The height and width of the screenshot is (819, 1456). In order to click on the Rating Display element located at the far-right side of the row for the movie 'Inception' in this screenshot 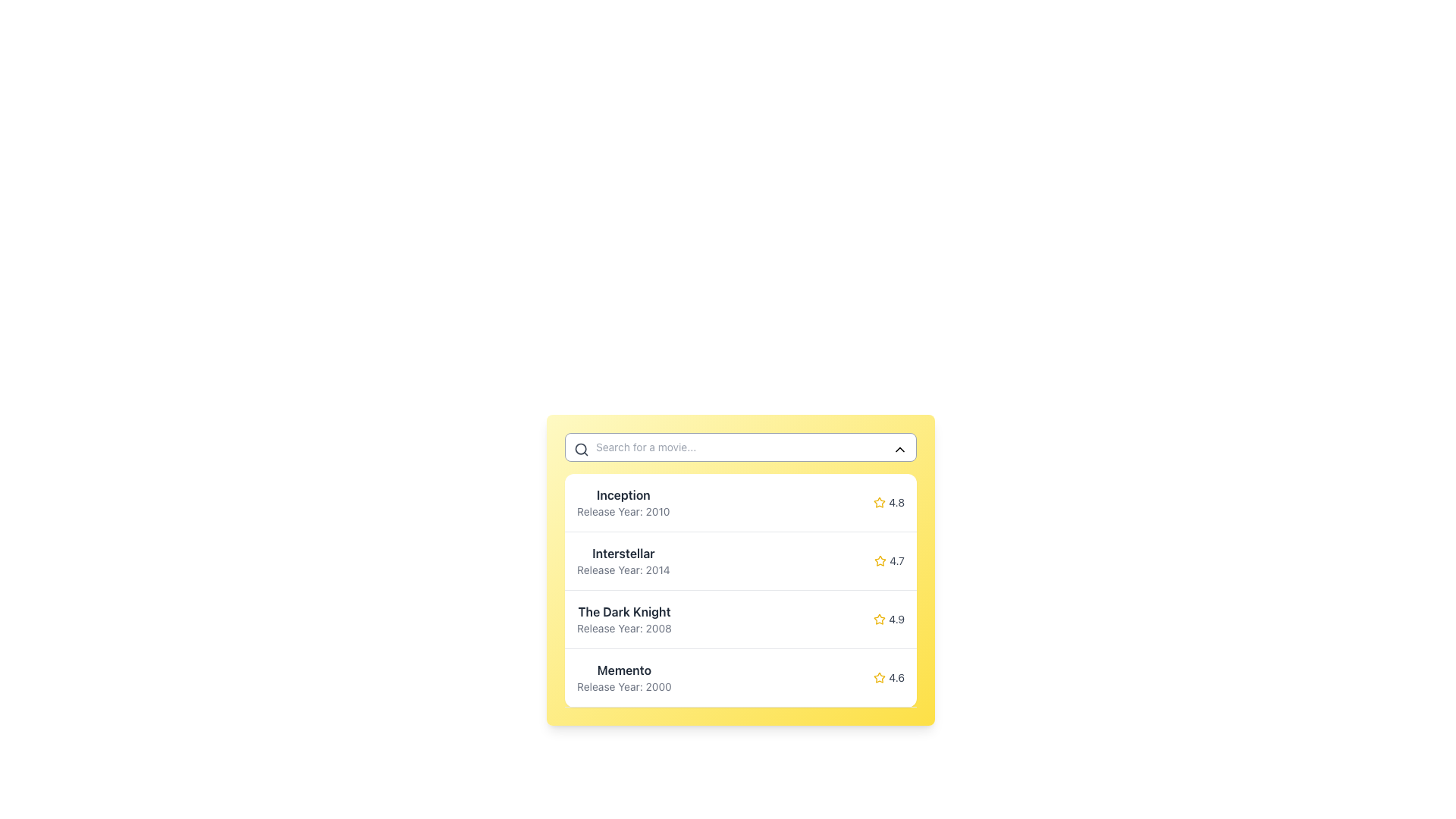, I will do `click(889, 503)`.